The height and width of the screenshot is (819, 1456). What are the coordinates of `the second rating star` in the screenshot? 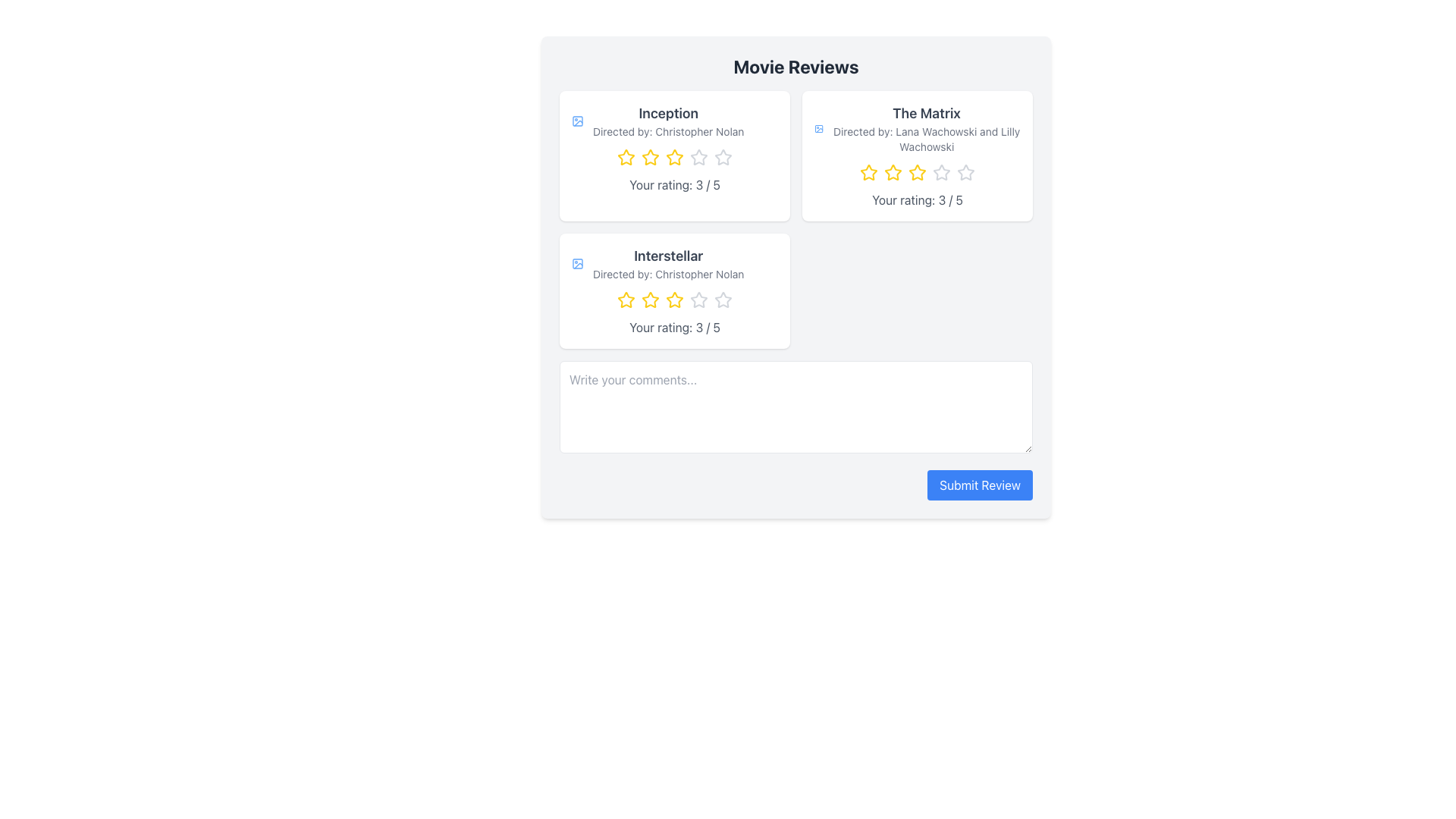 It's located at (893, 171).